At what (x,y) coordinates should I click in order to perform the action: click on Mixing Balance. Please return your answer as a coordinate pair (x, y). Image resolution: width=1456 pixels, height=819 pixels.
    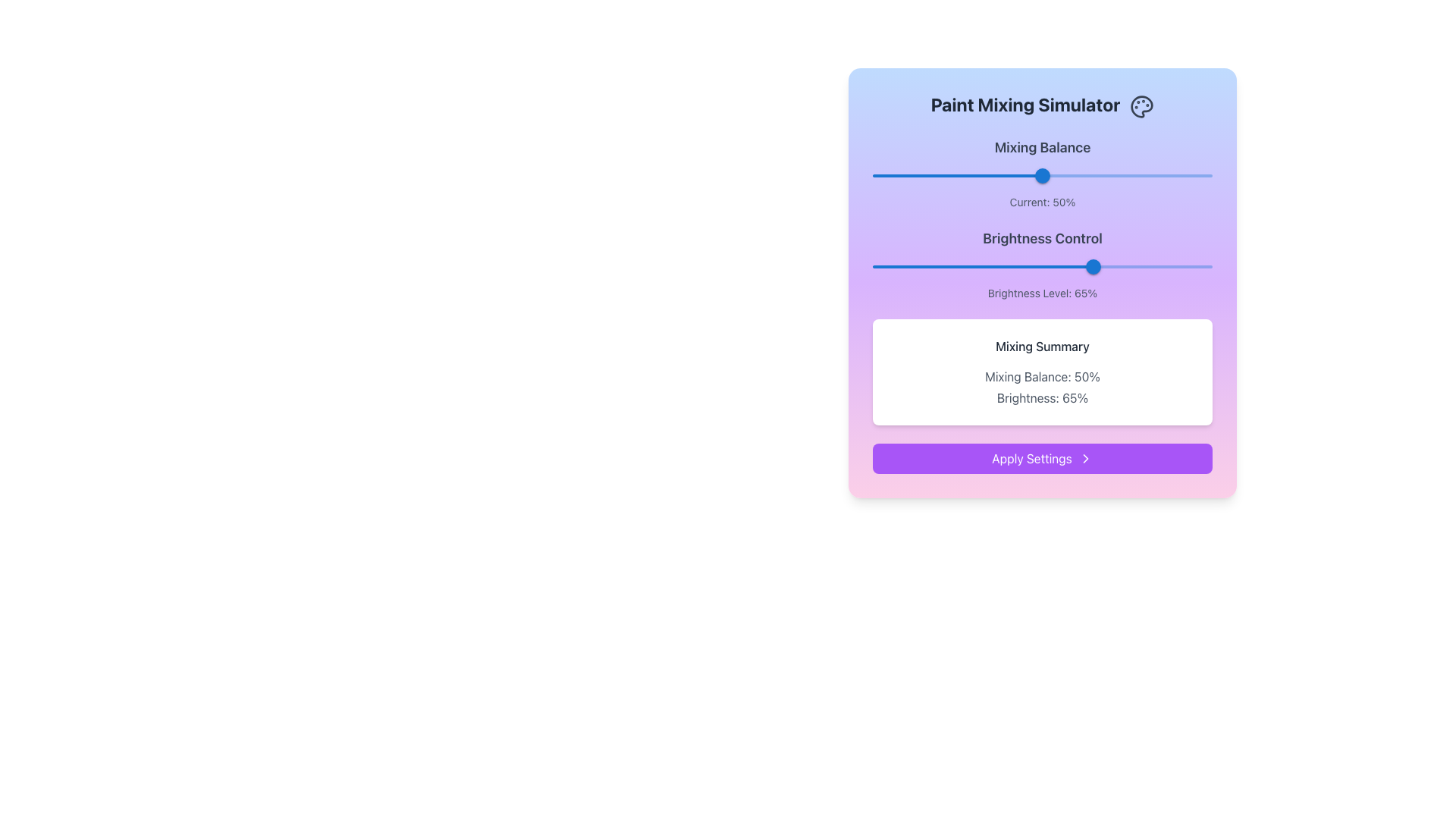
    Looking at the image, I should click on (1016, 174).